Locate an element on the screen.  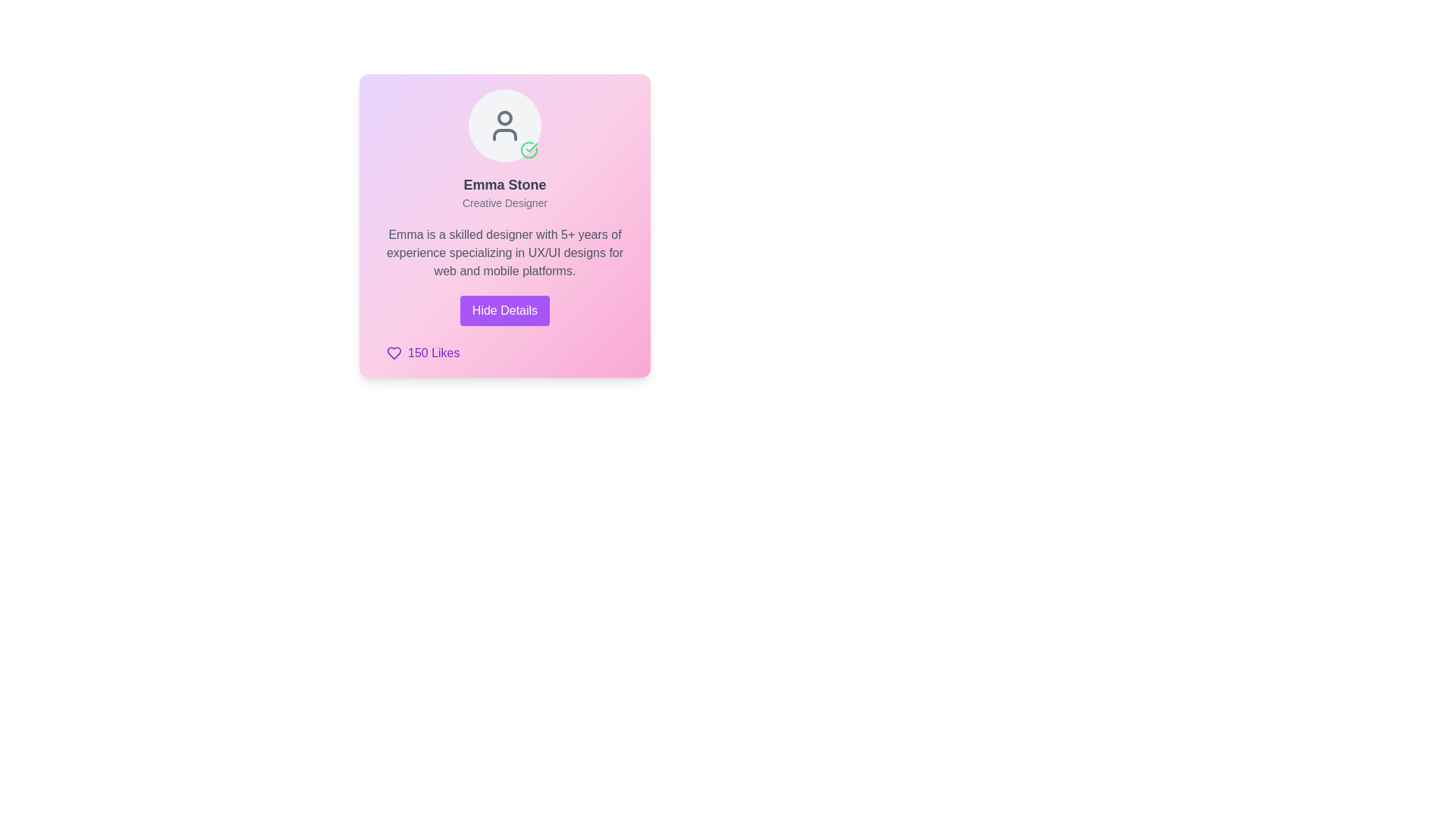
the heart-shaped icon with a purple outline located to the left of the '150 Likes' text to like or unlike is located at coordinates (394, 353).